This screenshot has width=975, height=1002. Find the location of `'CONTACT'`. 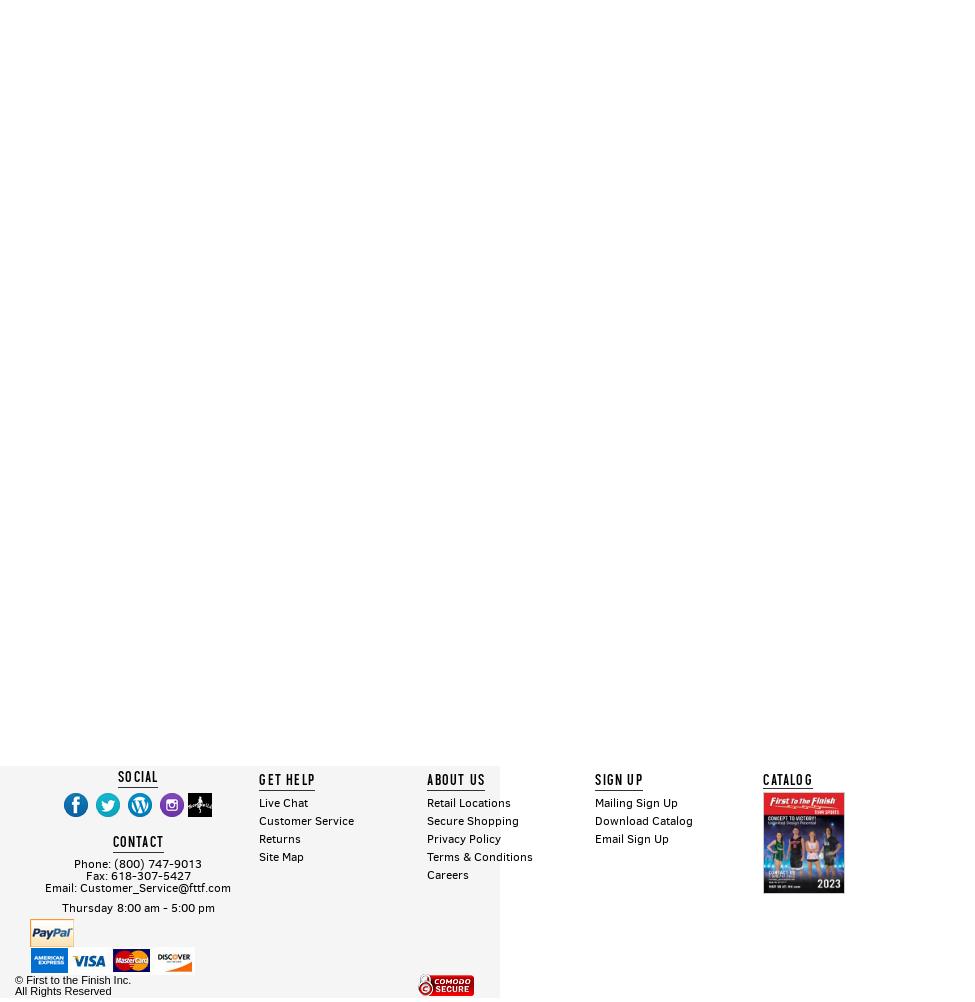

'CONTACT' is located at coordinates (111, 842).